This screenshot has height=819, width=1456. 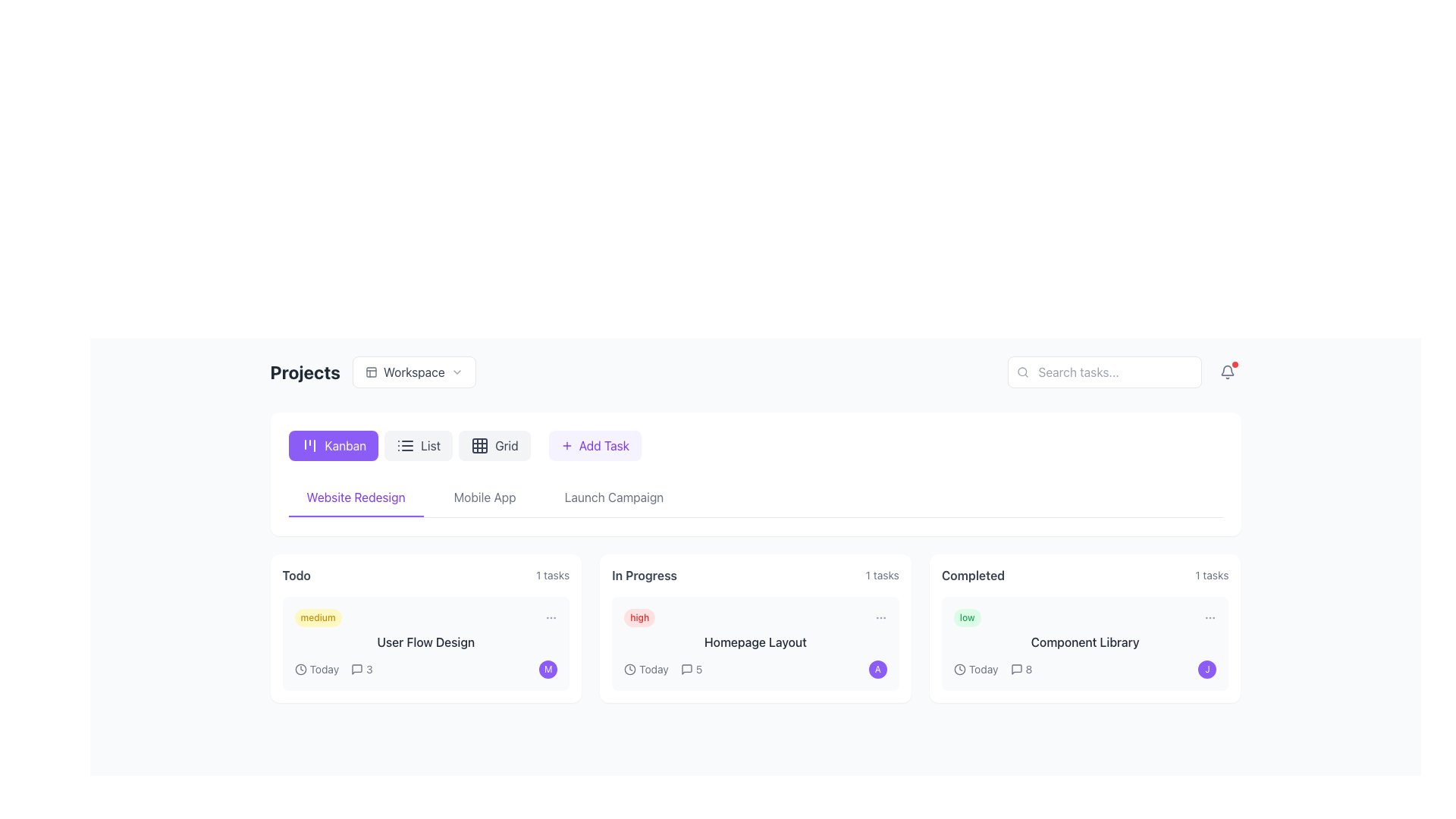 What do you see at coordinates (548, 669) in the screenshot?
I see `the circular badge or icon at the bottom of the 'Todo' column in the 'User Flow Design' task card, which represents a user or category associated with the task` at bounding box center [548, 669].